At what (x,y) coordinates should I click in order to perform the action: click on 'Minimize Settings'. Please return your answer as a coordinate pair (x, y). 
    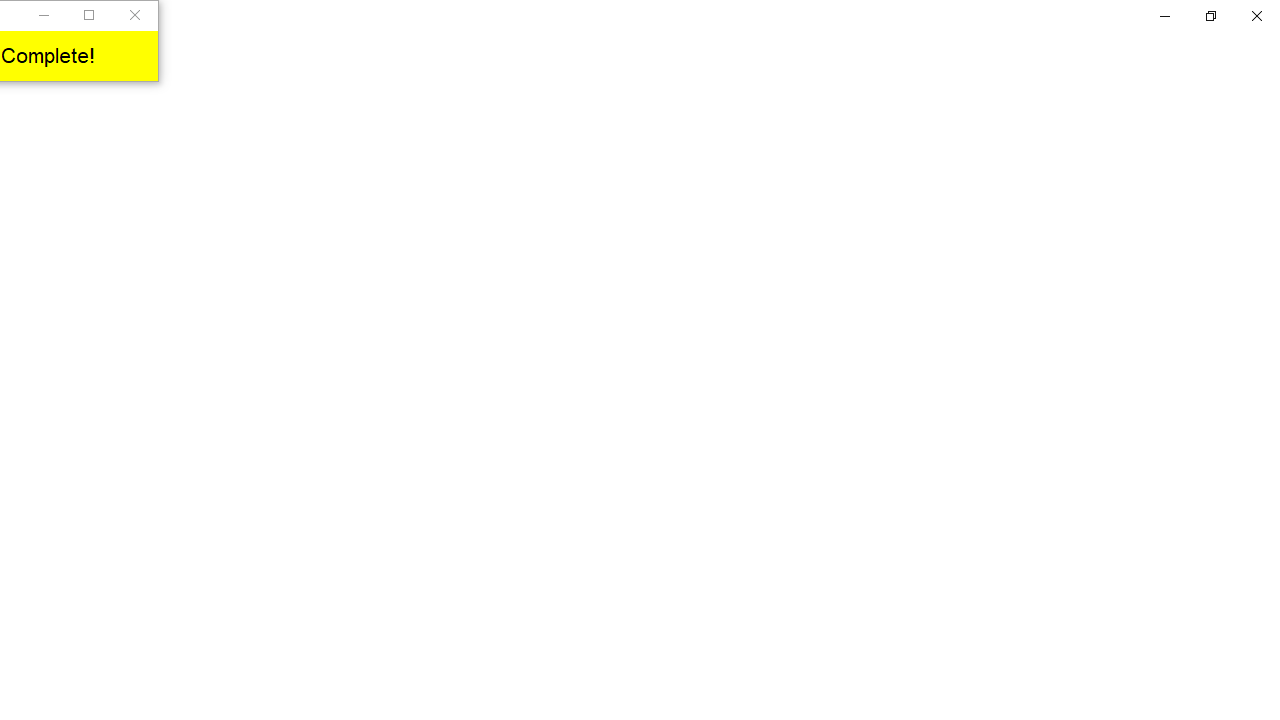
    Looking at the image, I should click on (1164, 15).